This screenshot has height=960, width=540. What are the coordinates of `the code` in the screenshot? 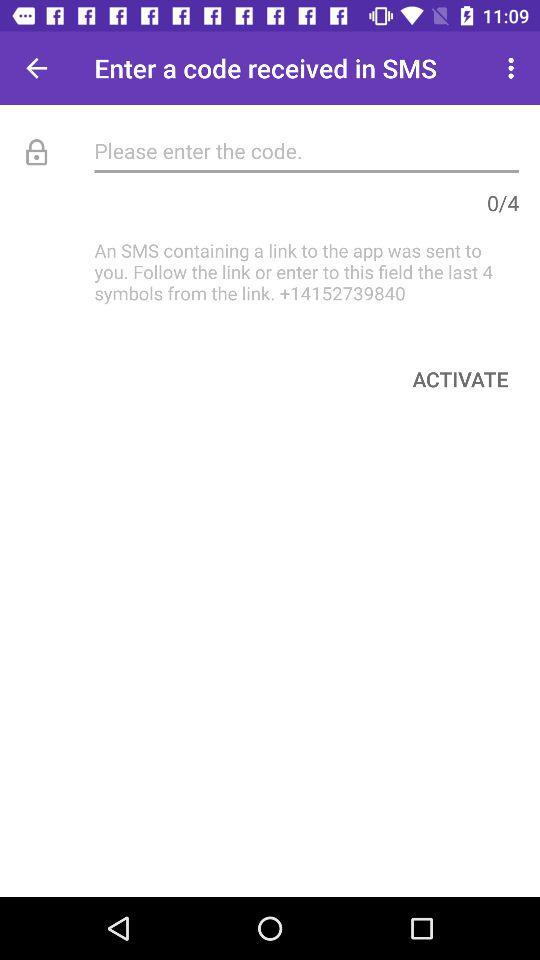 It's located at (306, 149).